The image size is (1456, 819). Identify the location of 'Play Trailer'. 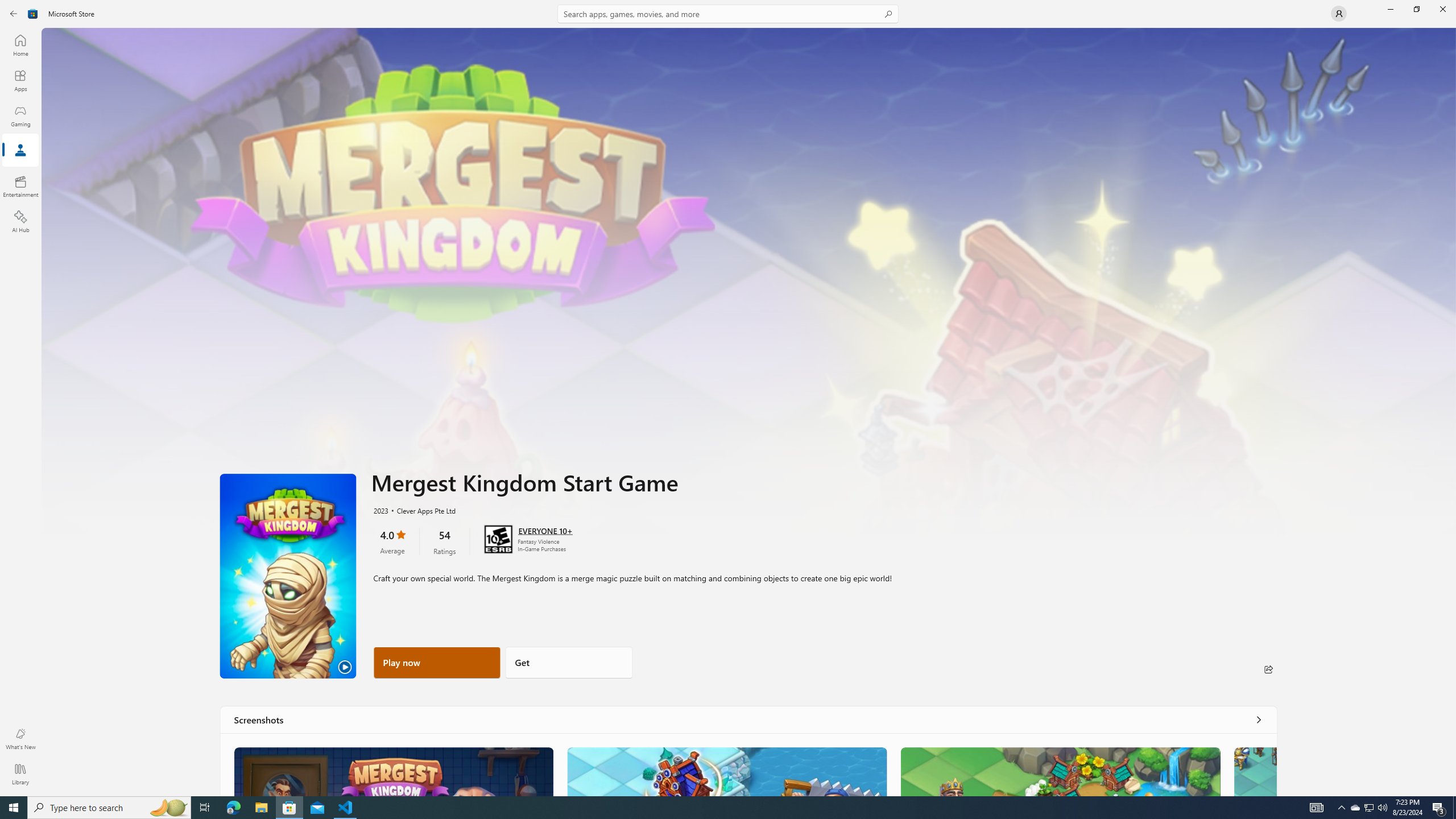
(287, 575).